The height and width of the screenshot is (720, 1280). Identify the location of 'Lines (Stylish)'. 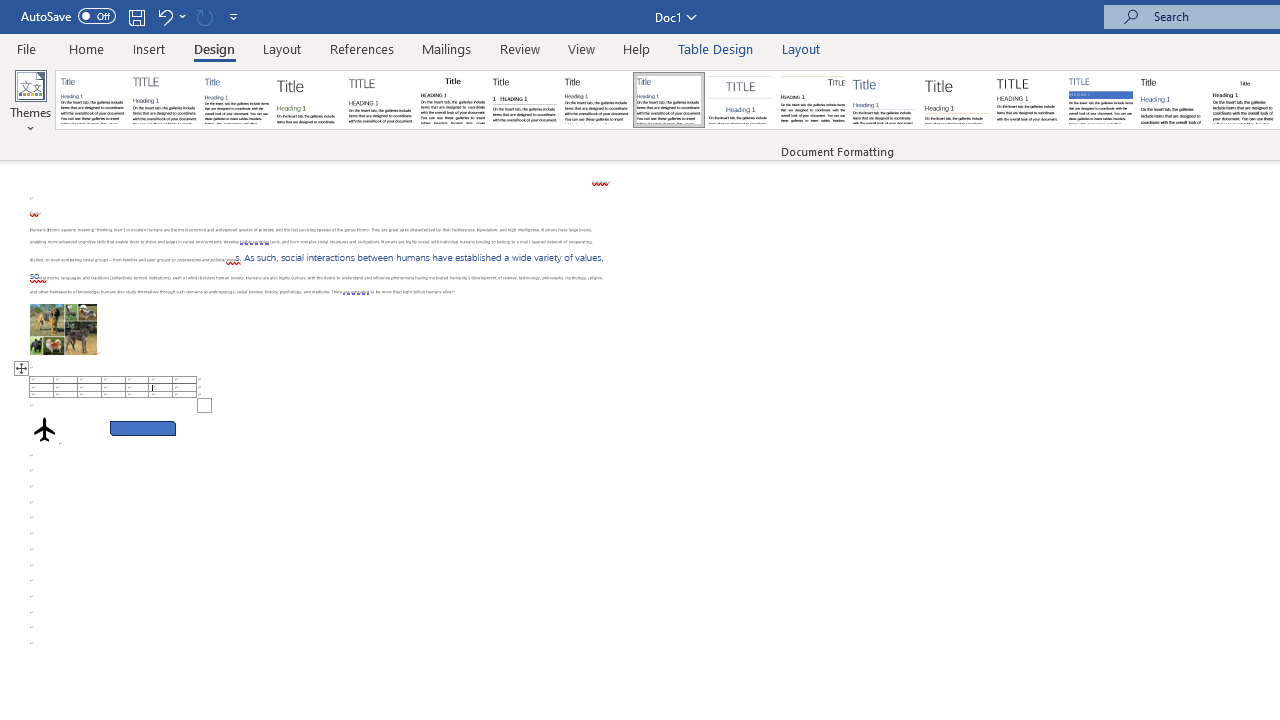
(956, 100).